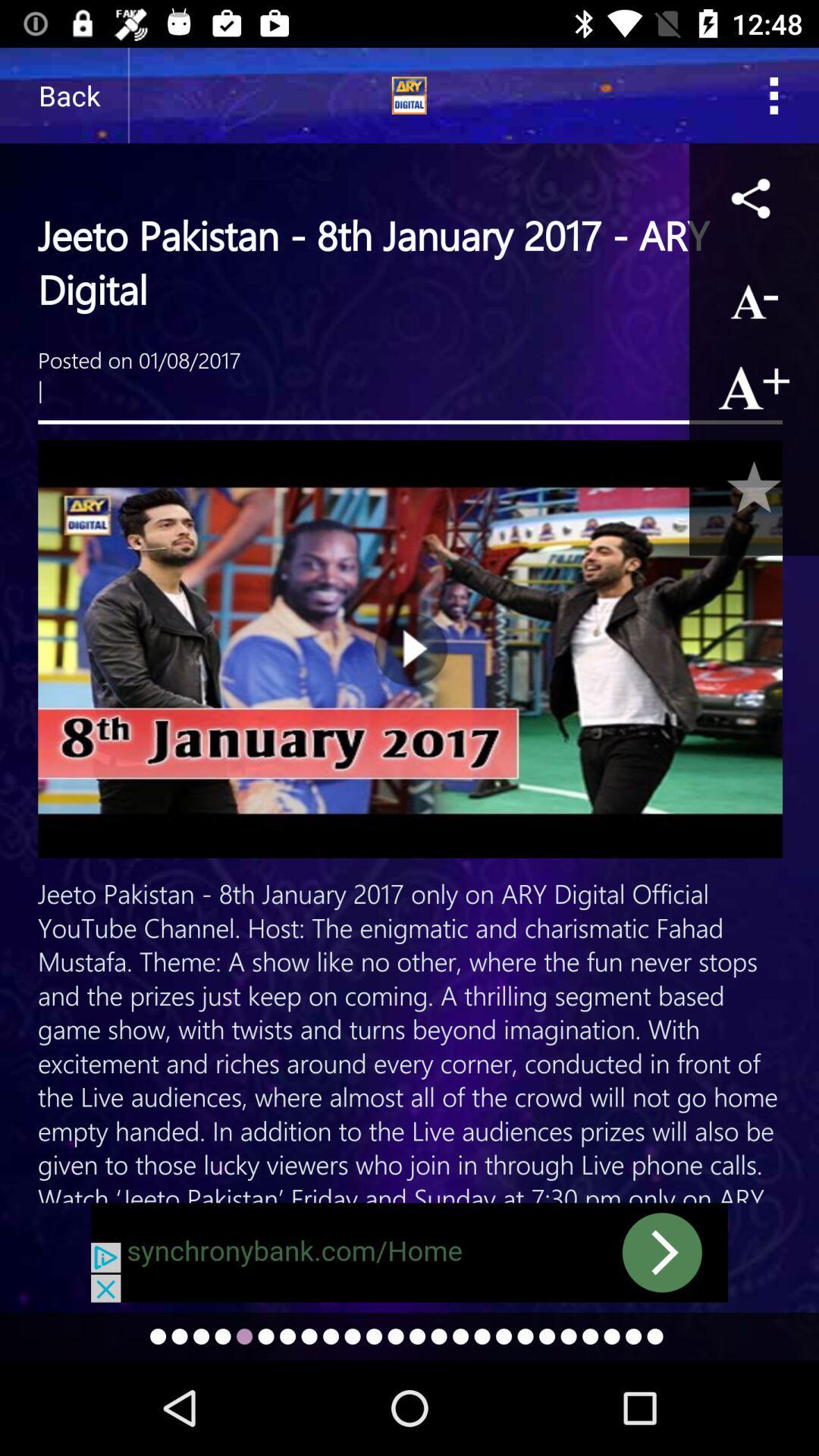  I want to click on smaller font, so click(754, 297).